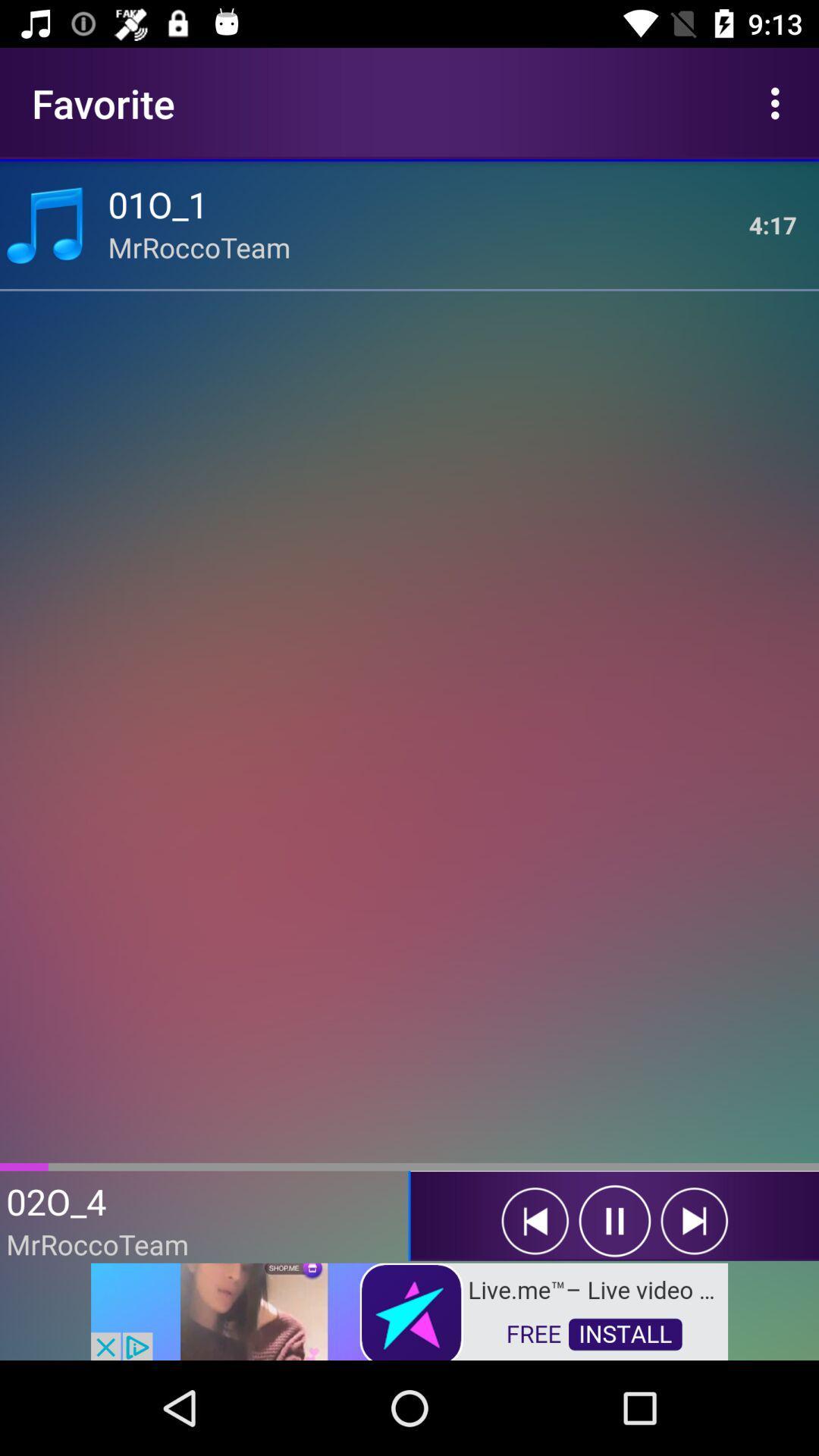 The width and height of the screenshot is (819, 1456). What do you see at coordinates (614, 1221) in the screenshot?
I see `the pause icon` at bounding box center [614, 1221].